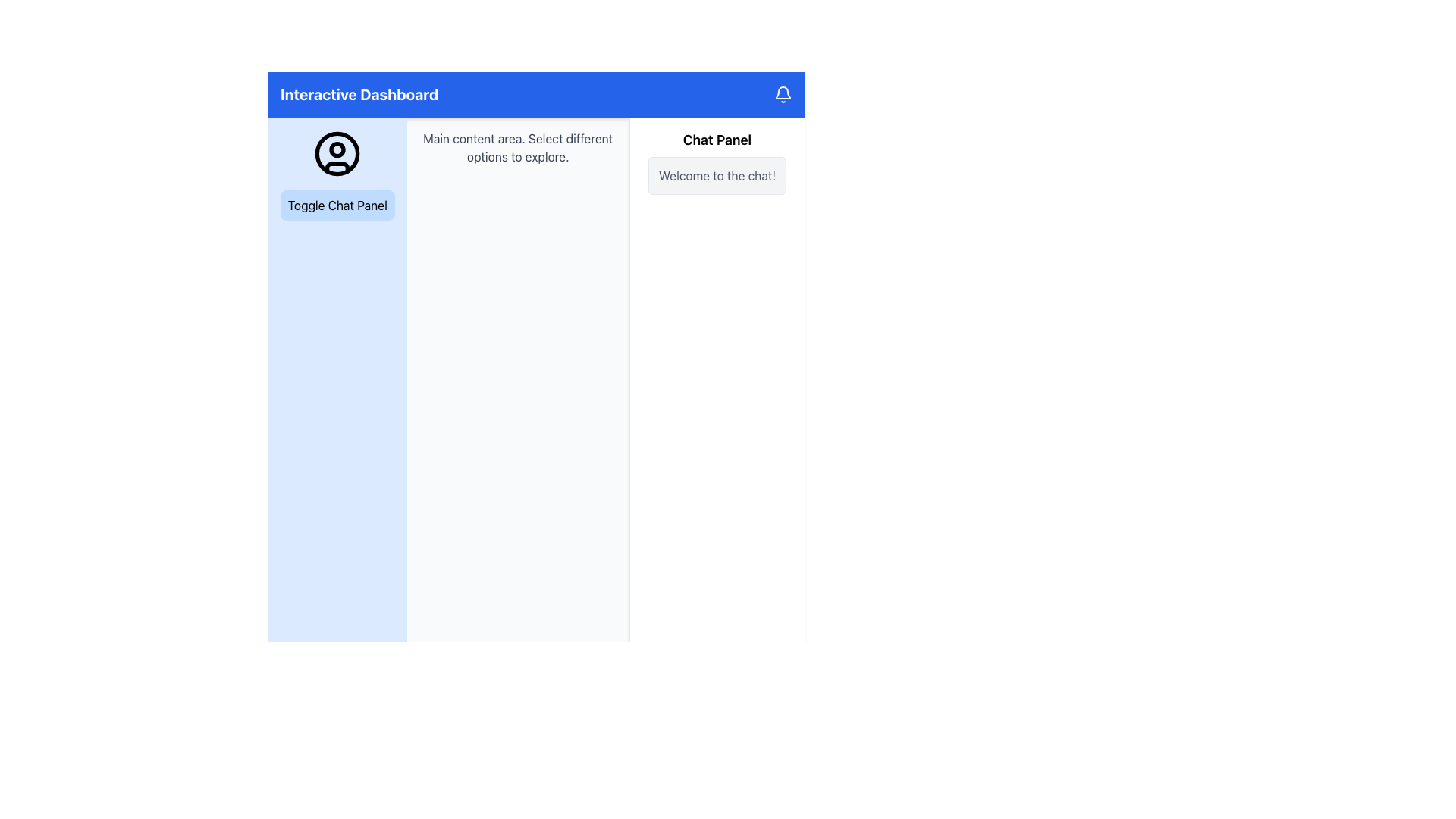  What do you see at coordinates (518, 148) in the screenshot?
I see `instructional static text located in the main content area, positioned near the top and horizontally centered between the left panel and right chat panel` at bounding box center [518, 148].